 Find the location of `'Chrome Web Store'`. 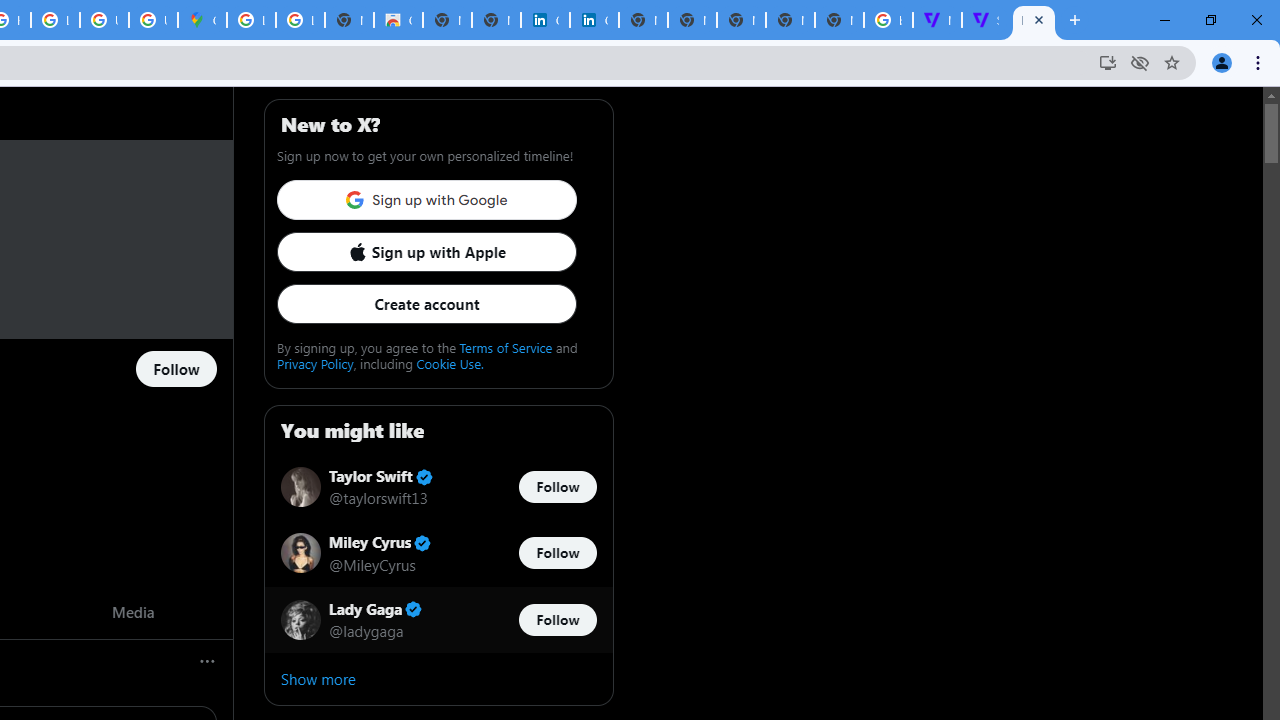

'Chrome Web Store' is located at coordinates (398, 20).